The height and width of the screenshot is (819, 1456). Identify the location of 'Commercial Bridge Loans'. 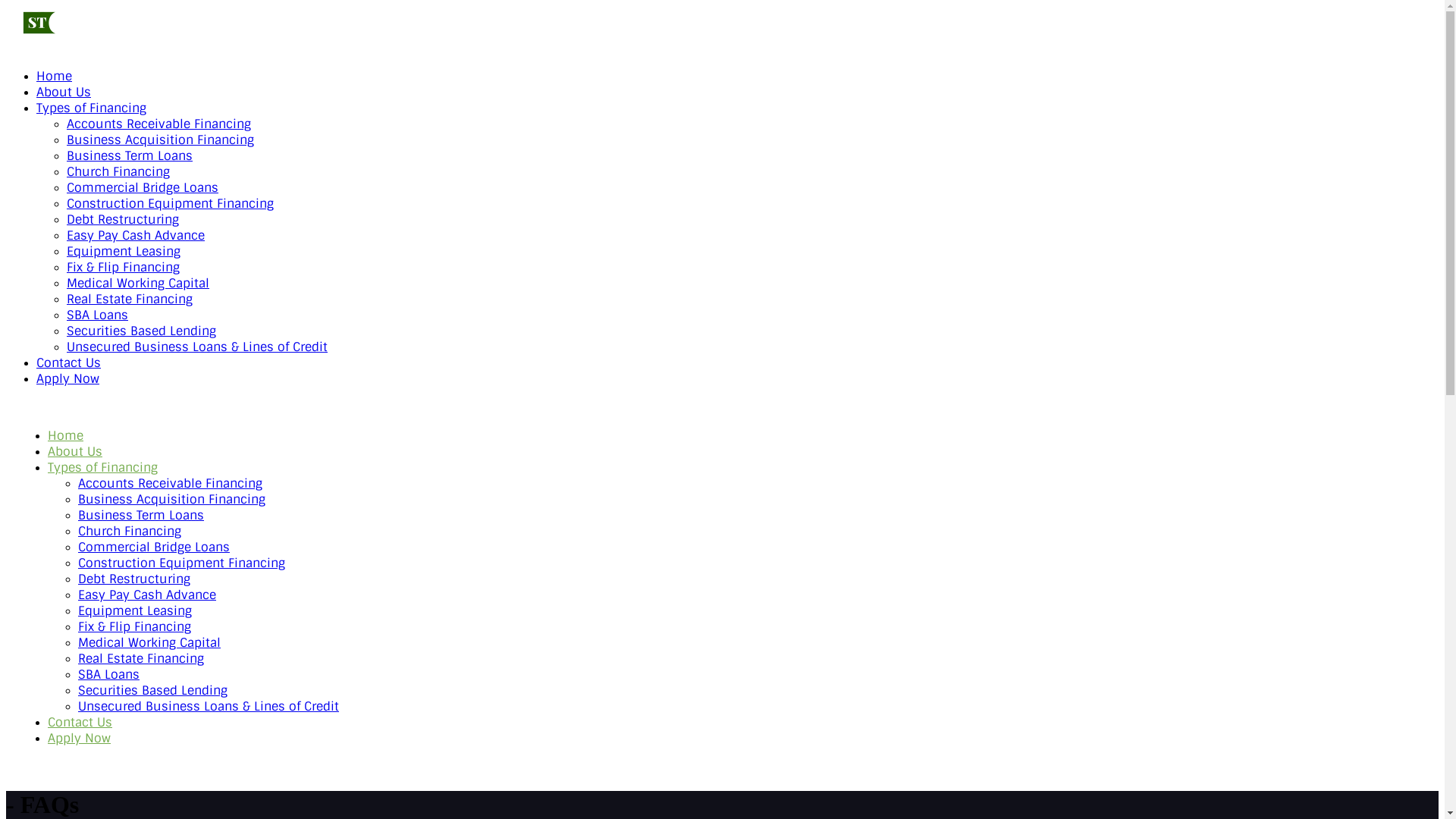
(142, 187).